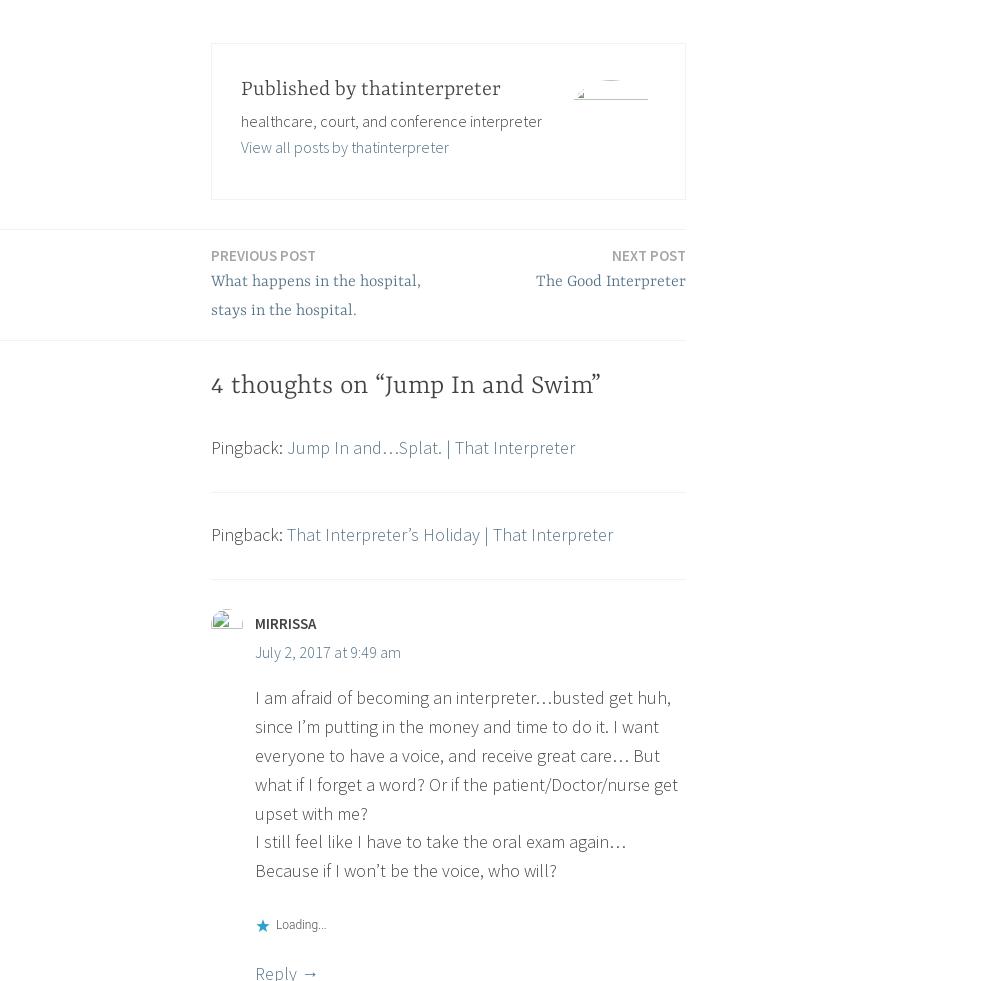  What do you see at coordinates (285, 622) in the screenshot?
I see `'Mirrissa'` at bounding box center [285, 622].